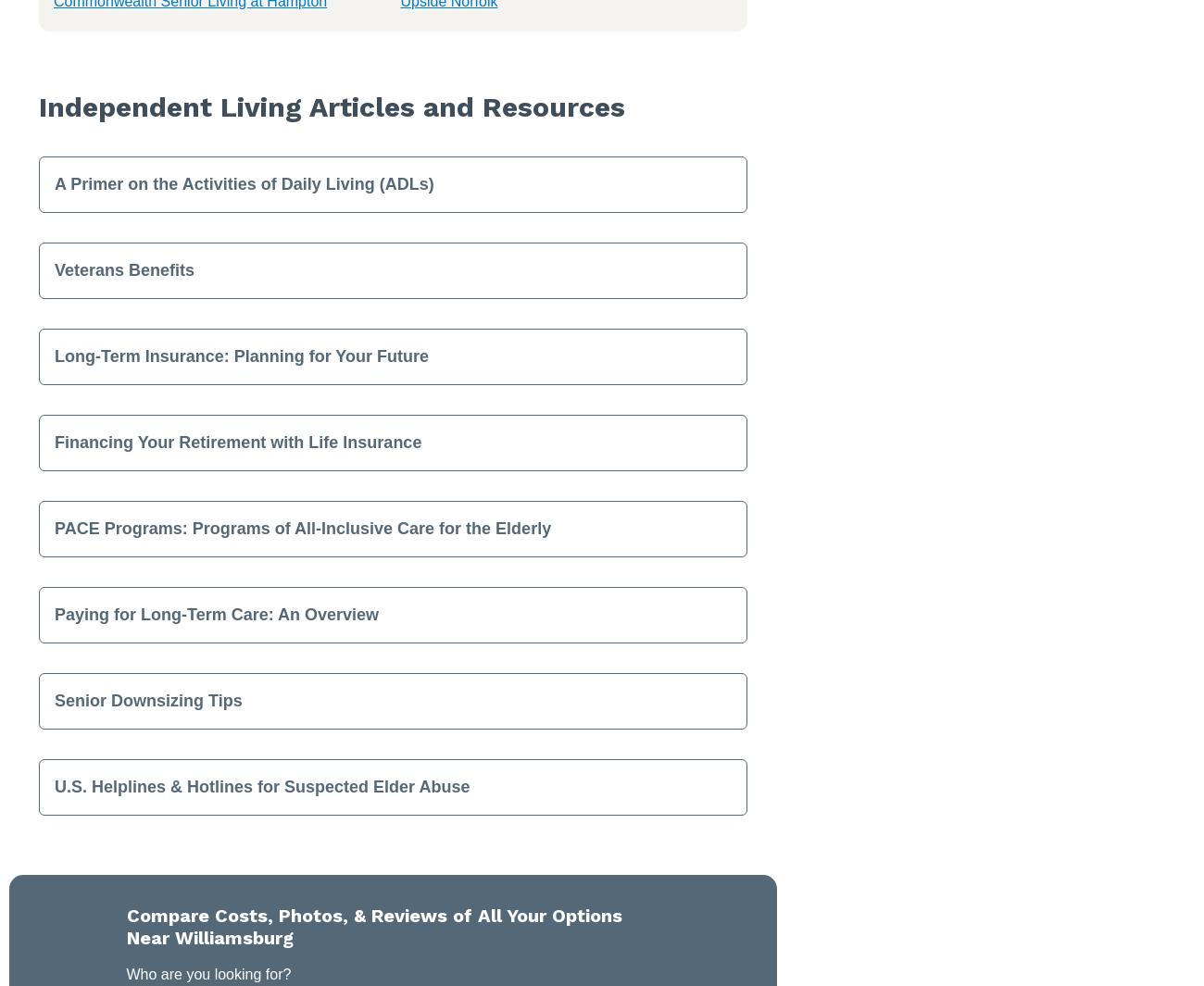 The width and height of the screenshot is (1204, 986). Describe the element at coordinates (243, 181) in the screenshot. I see `'A Primer on the Activities of Daily Living (ADLs)'` at that location.